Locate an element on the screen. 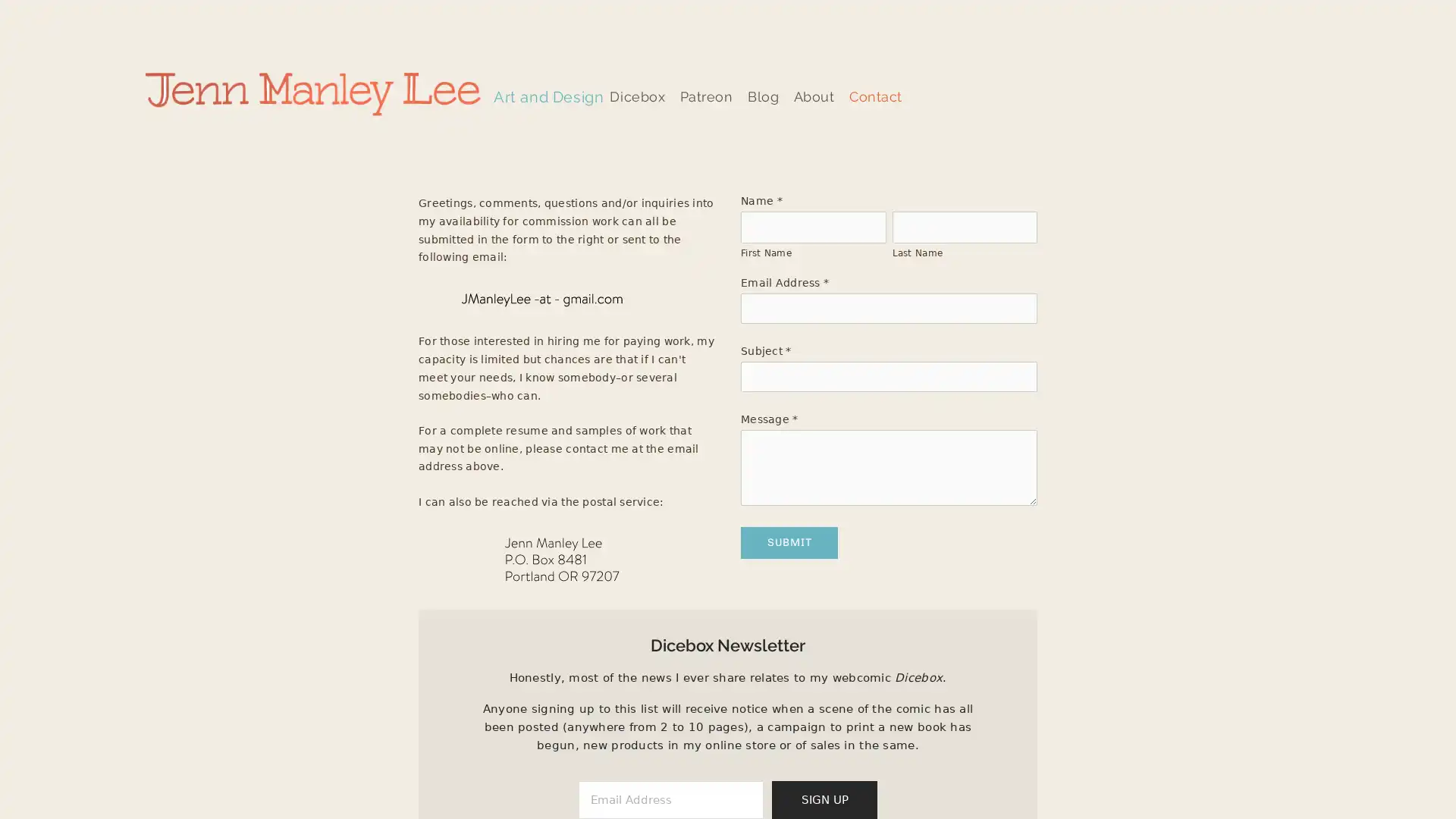  SIGN UP is located at coordinates (824, 798).